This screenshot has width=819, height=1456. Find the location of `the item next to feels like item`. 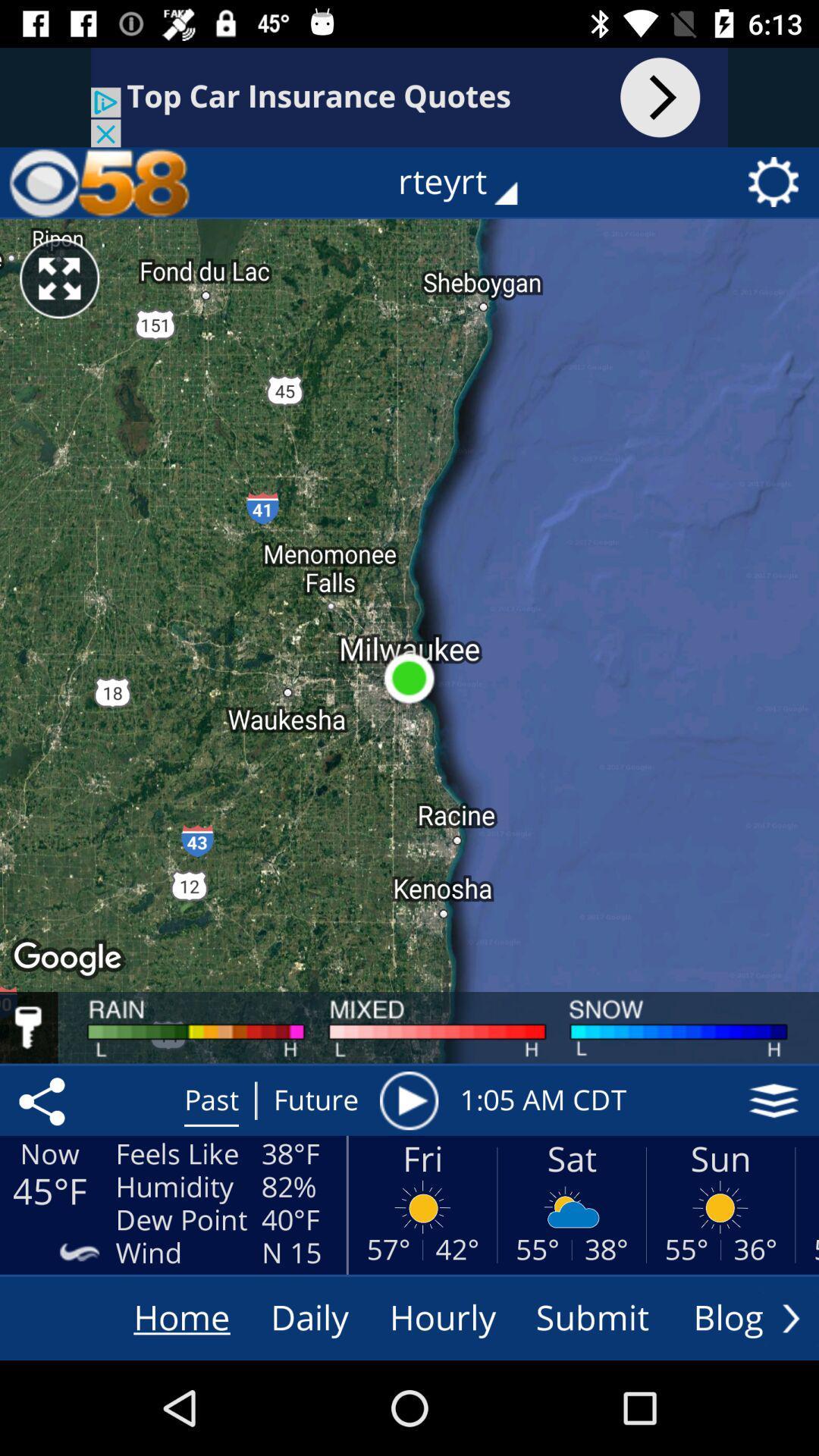

the item next to feels like item is located at coordinates (44, 1100).